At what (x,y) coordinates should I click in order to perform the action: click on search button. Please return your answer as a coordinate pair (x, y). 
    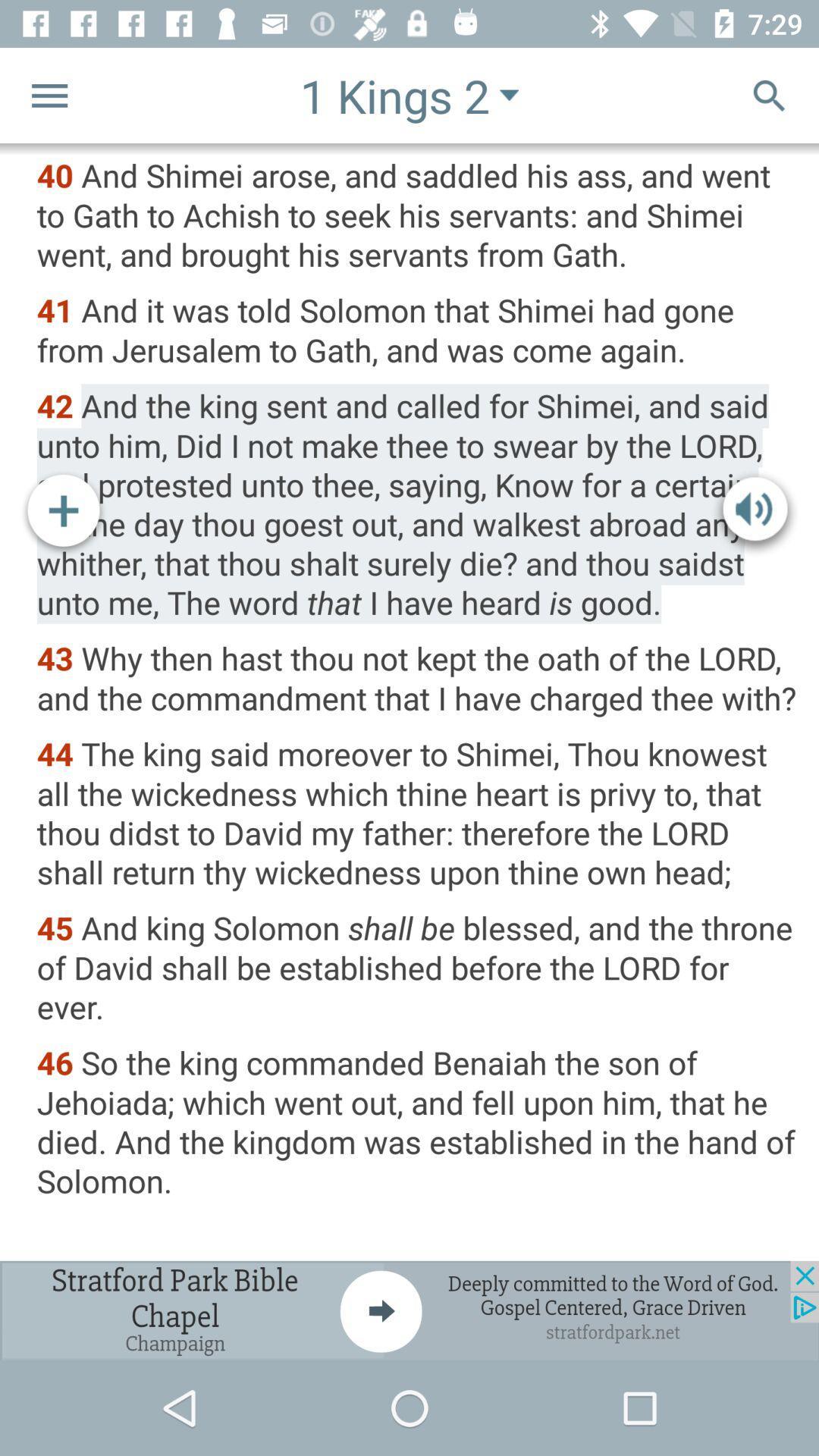
    Looking at the image, I should click on (769, 94).